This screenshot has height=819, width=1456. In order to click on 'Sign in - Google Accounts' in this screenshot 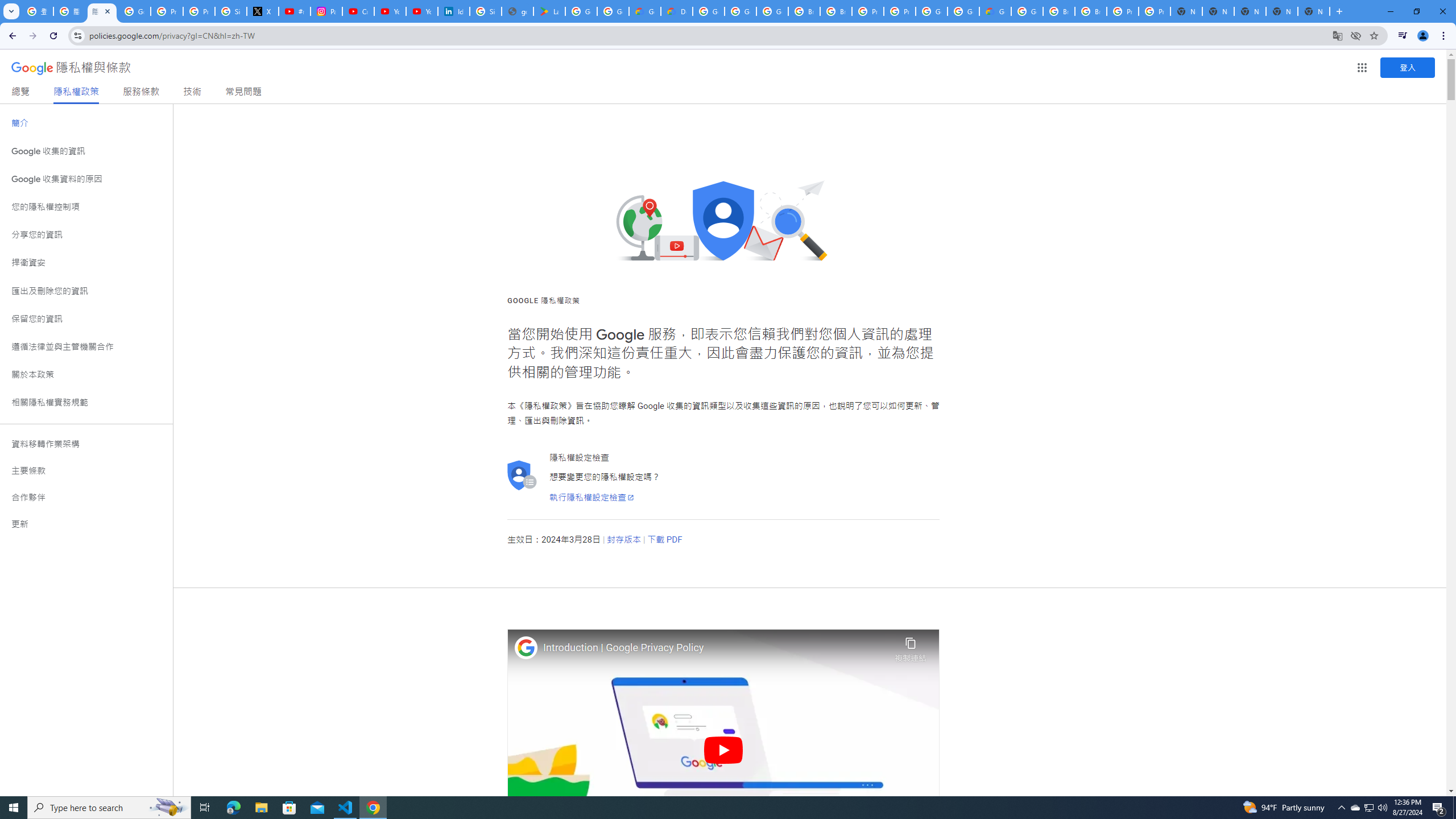, I will do `click(230, 11)`.